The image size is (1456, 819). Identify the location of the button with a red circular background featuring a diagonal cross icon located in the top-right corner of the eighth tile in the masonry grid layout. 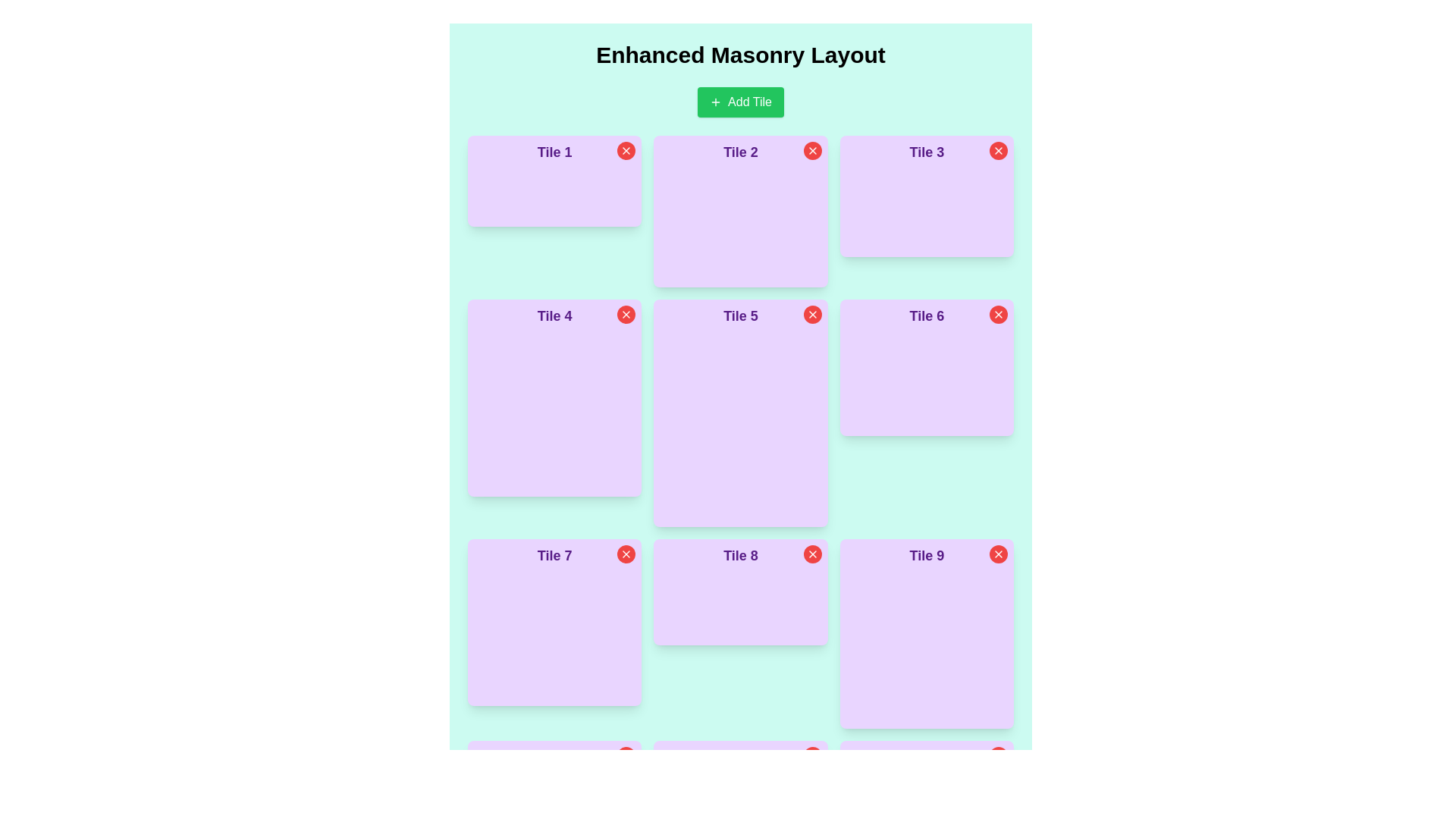
(811, 554).